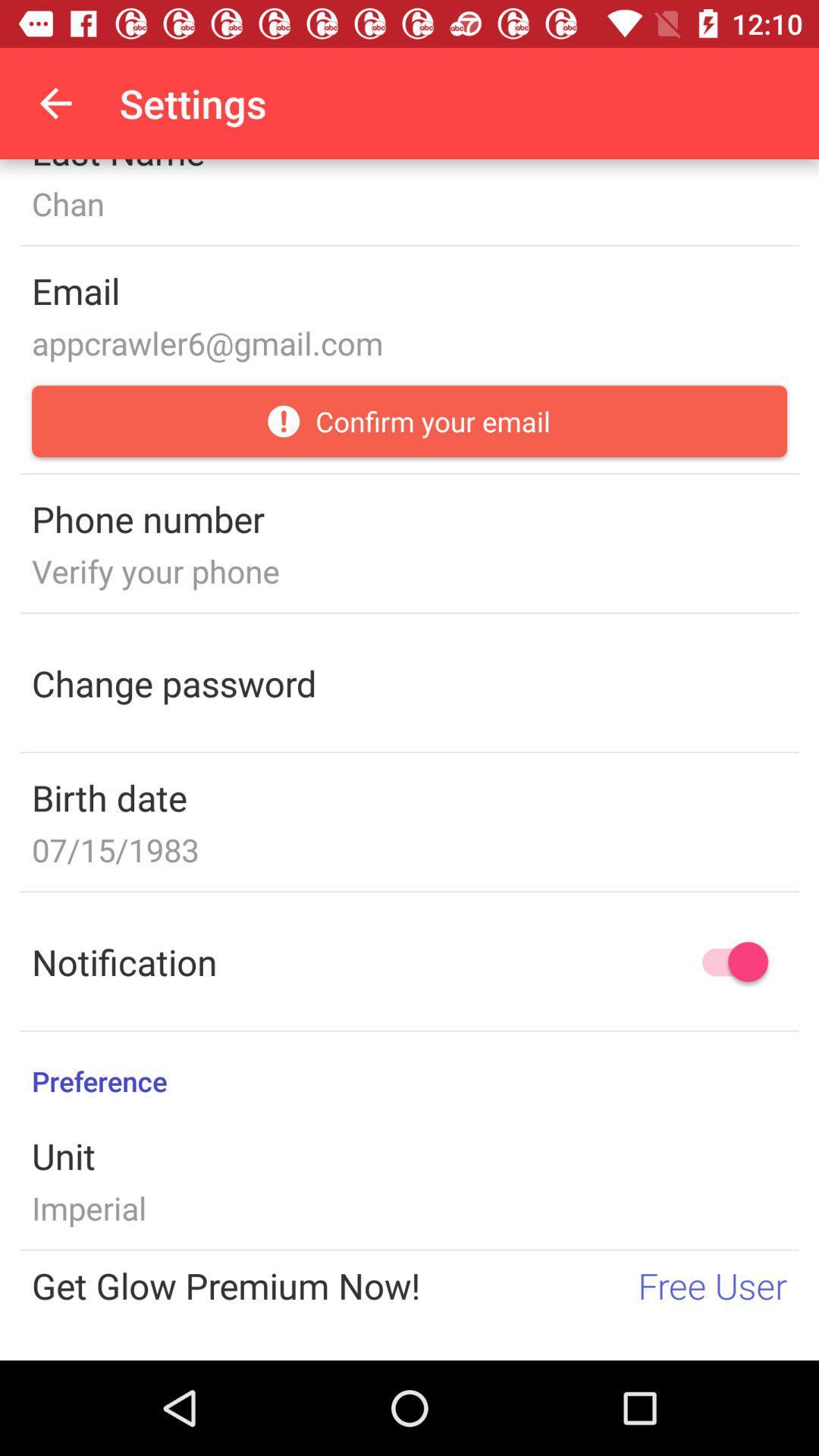  What do you see at coordinates (727, 961) in the screenshot?
I see `notification` at bounding box center [727, 961].